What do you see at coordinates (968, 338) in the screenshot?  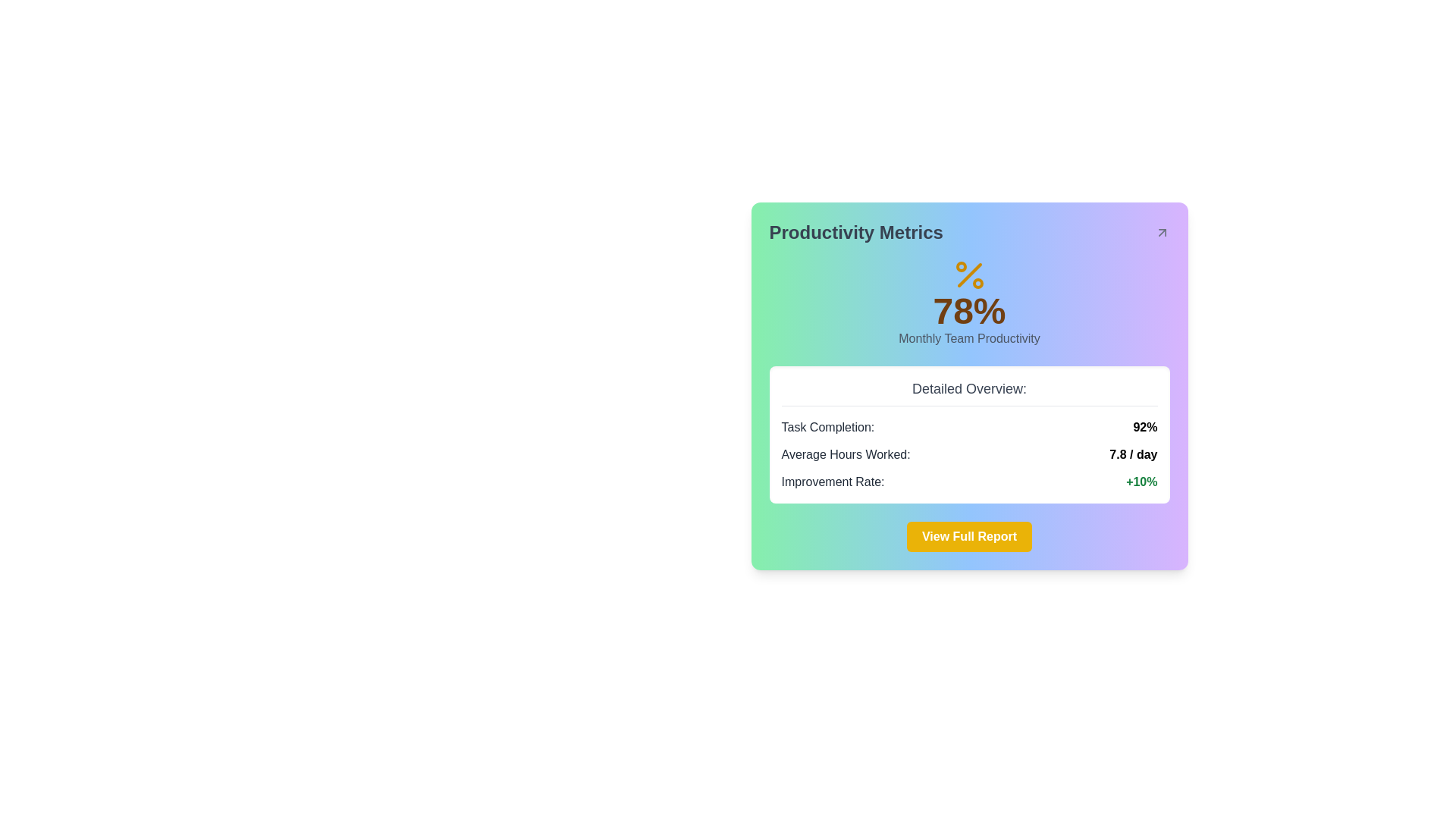 I see `the text label displaying 'Monthly Team Productivity', which is styled in gray and located below the percentage value '78%' within a centered card component` at bounding box center [968, 338].